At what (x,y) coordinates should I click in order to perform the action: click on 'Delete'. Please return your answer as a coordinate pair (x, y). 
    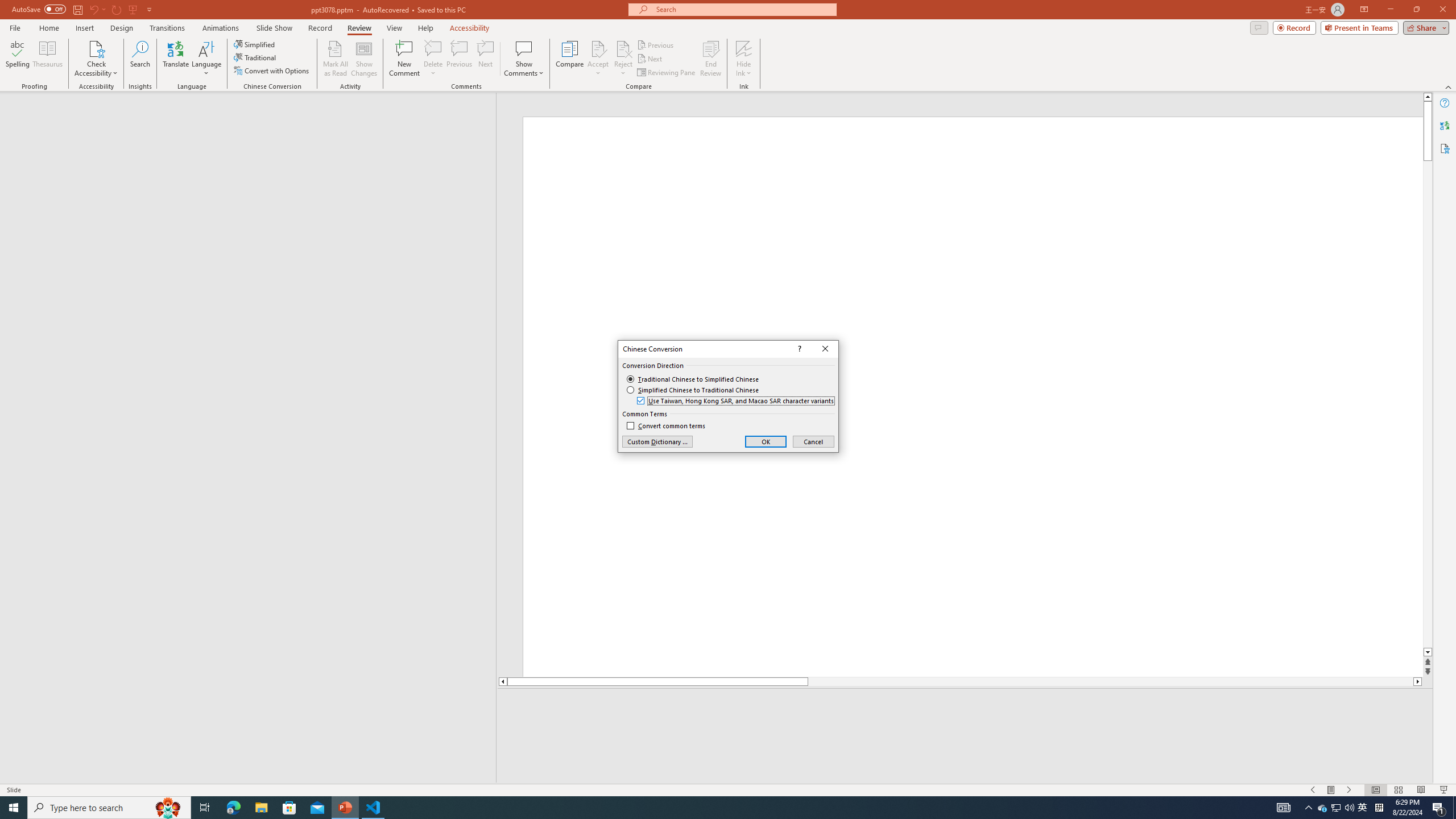
    Looking at the image, I should click on (433, 48).